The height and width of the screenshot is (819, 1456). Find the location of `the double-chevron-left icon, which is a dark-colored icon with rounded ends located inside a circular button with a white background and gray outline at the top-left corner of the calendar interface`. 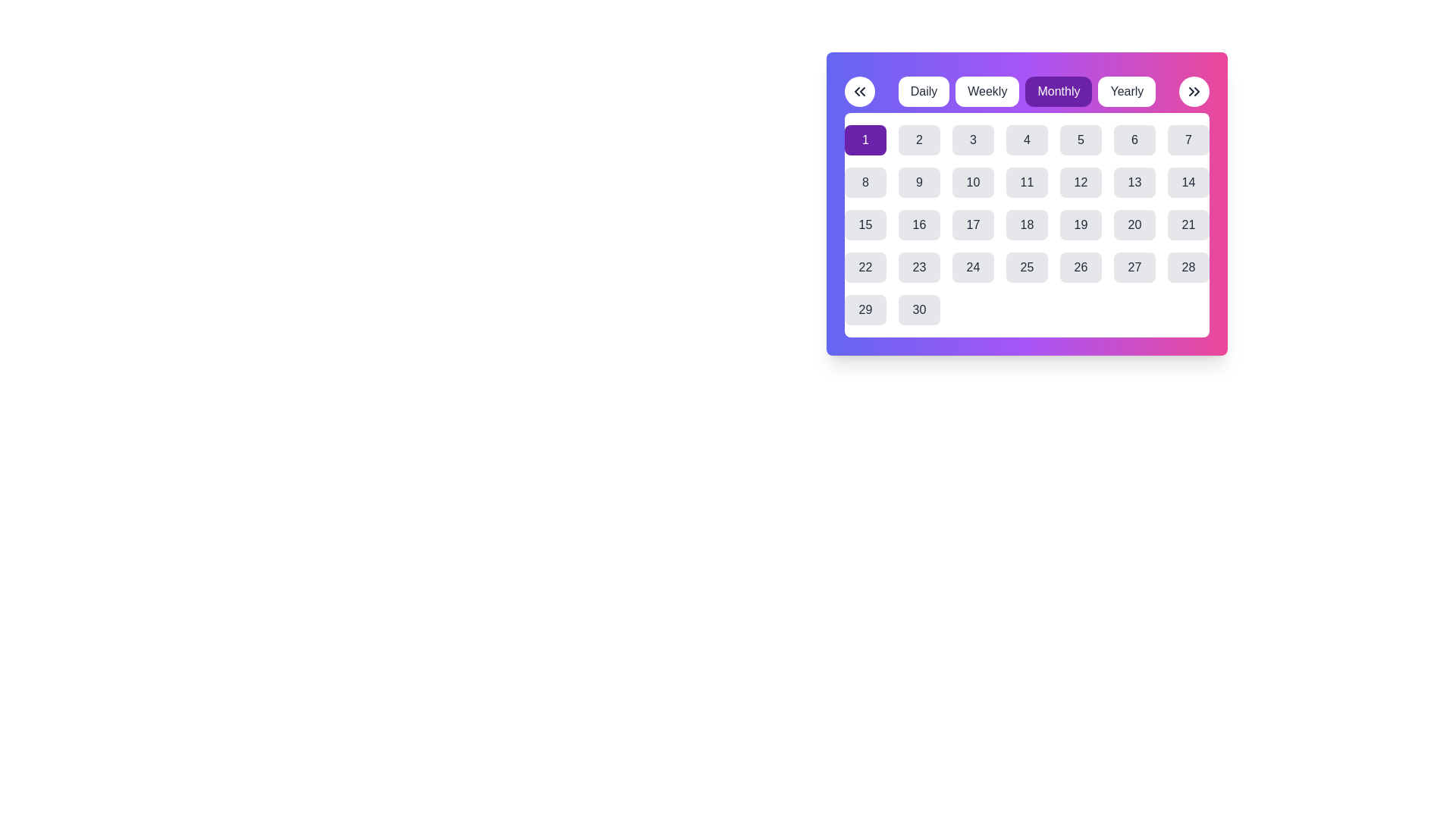

the double-chevron-left icon, which is a dark-colored icon with rounded ends located inside a circular button with a white background and gray outline at the top-left corner of the calendar interface is located at coordinates (859, 91).